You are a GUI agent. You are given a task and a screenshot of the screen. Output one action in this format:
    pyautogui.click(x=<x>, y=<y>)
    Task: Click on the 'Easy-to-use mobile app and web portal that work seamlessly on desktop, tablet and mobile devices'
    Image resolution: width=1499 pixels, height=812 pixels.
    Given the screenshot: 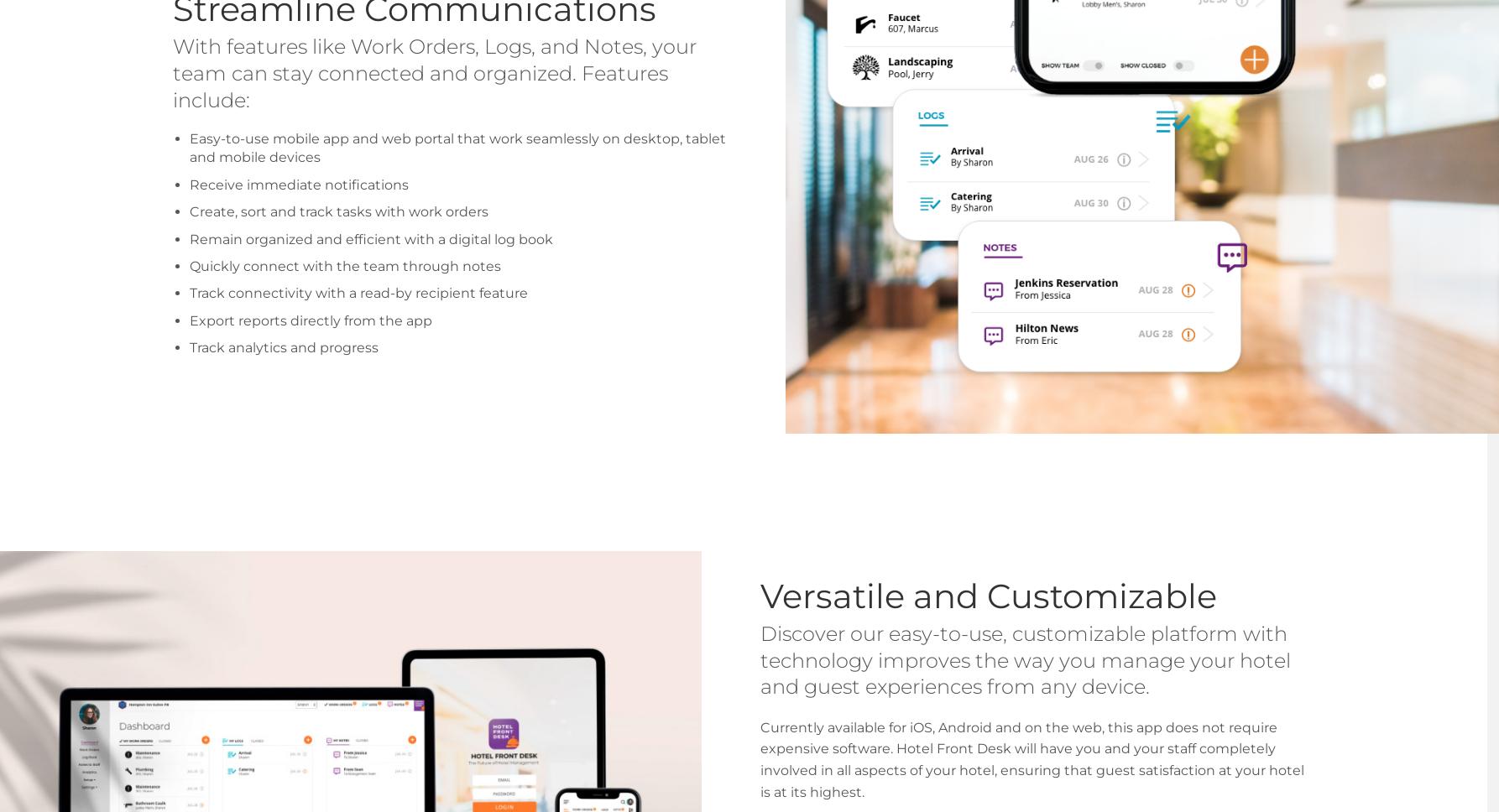 What is the action you would take?
    pyautogui.click(x=188, y=148)
    